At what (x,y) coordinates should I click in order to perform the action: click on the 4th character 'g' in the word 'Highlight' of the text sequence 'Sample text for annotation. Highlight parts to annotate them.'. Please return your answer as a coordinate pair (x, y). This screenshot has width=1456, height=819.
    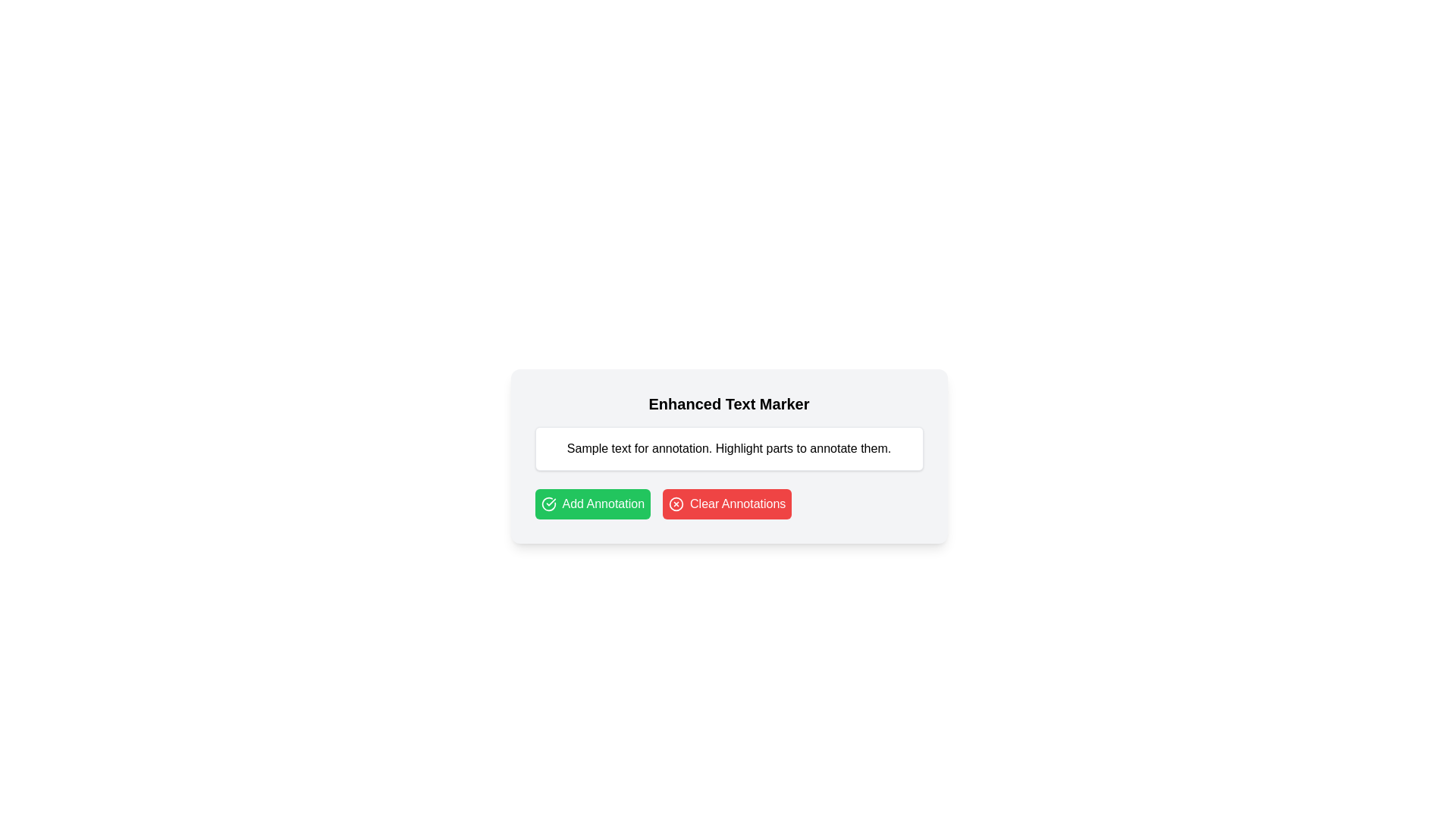
    Looking at the image, I should click on (737, 447).